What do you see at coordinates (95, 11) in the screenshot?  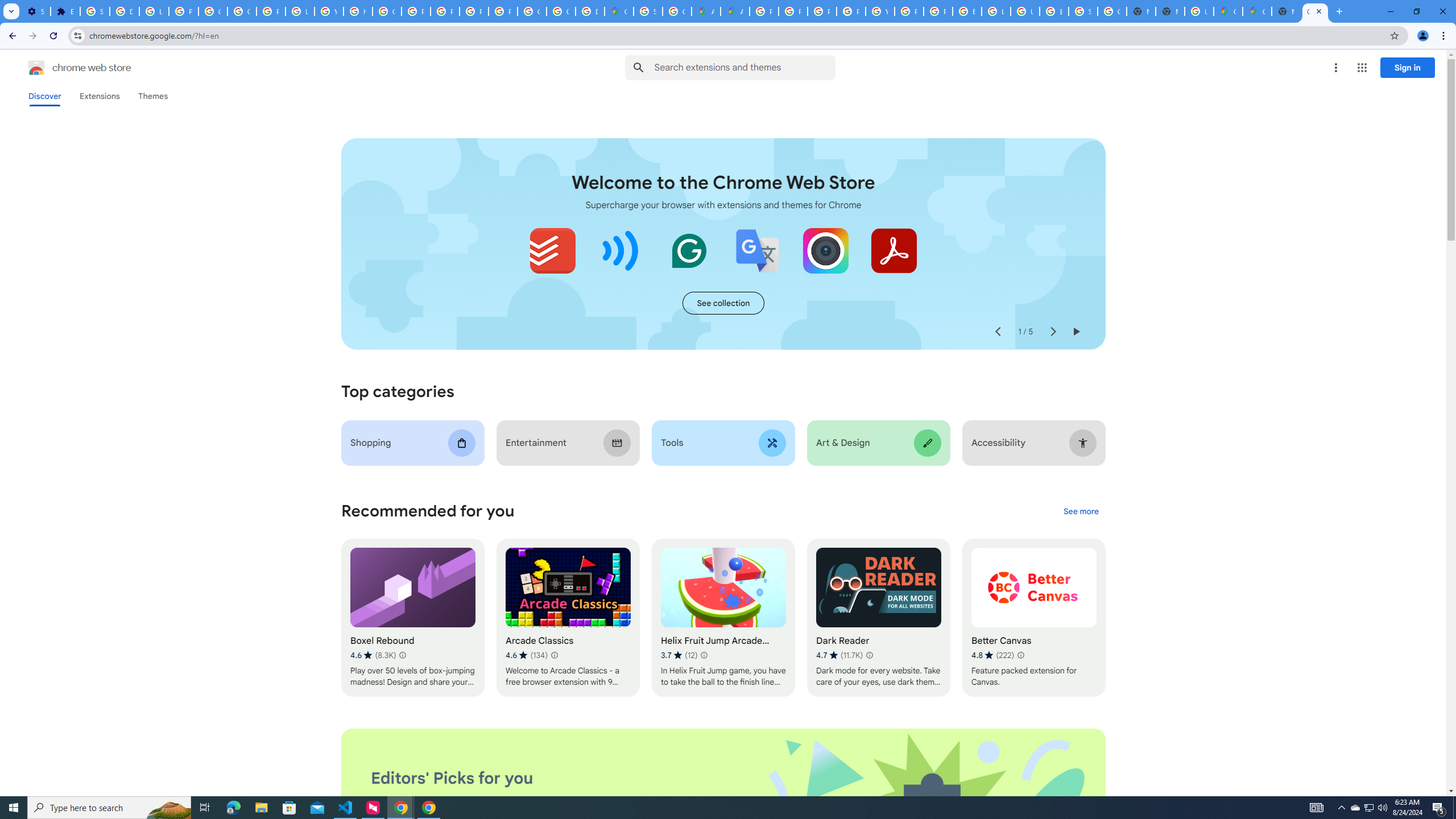 I see `'Sign in - Google Accounts'` at bounding box center [95, 11].